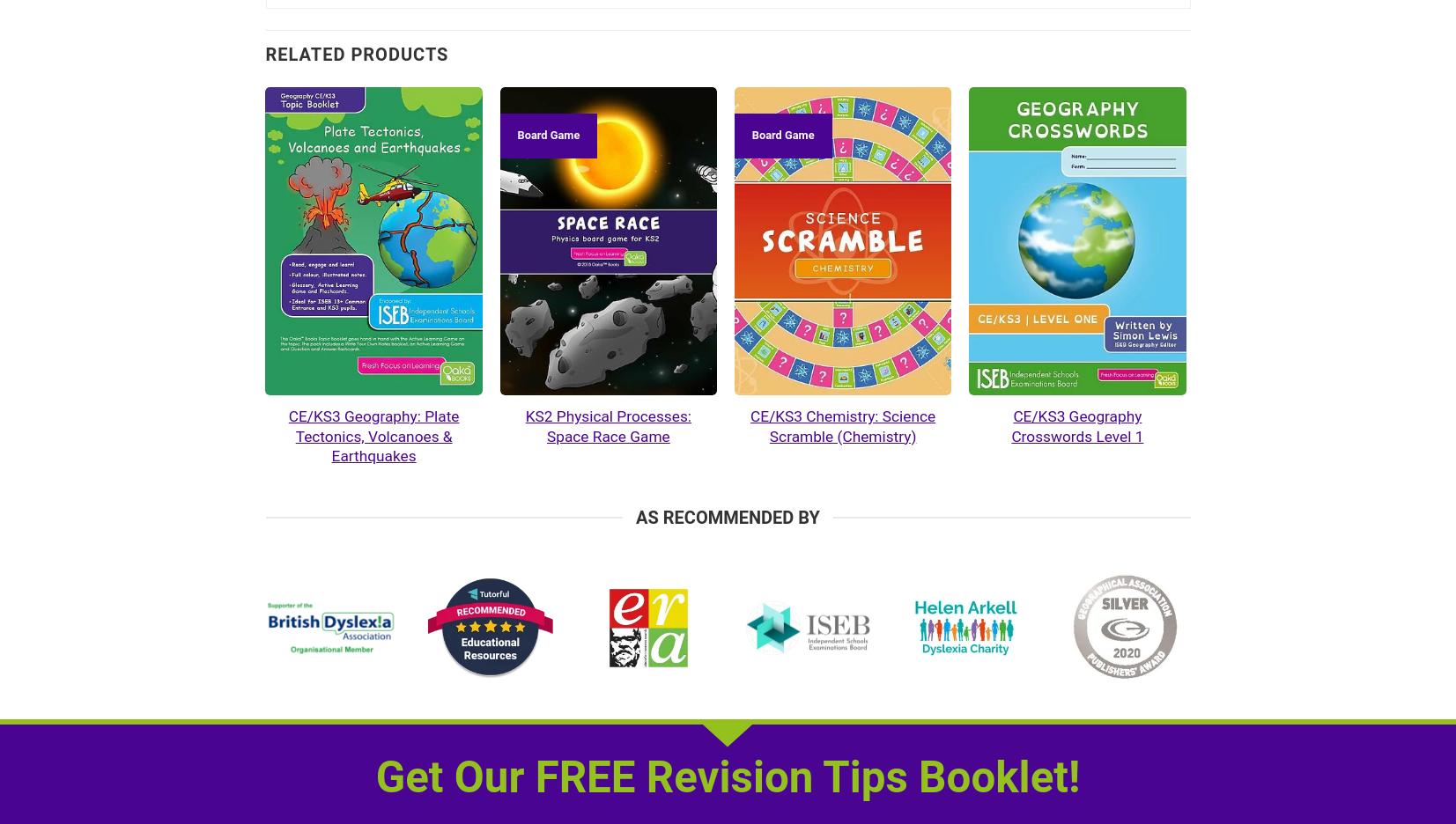 This screenshot has width=1456, height=824. I want to click on 'CE/KS3 Chemistry: Science Scramble (Chemistry)', so click(842, 425).